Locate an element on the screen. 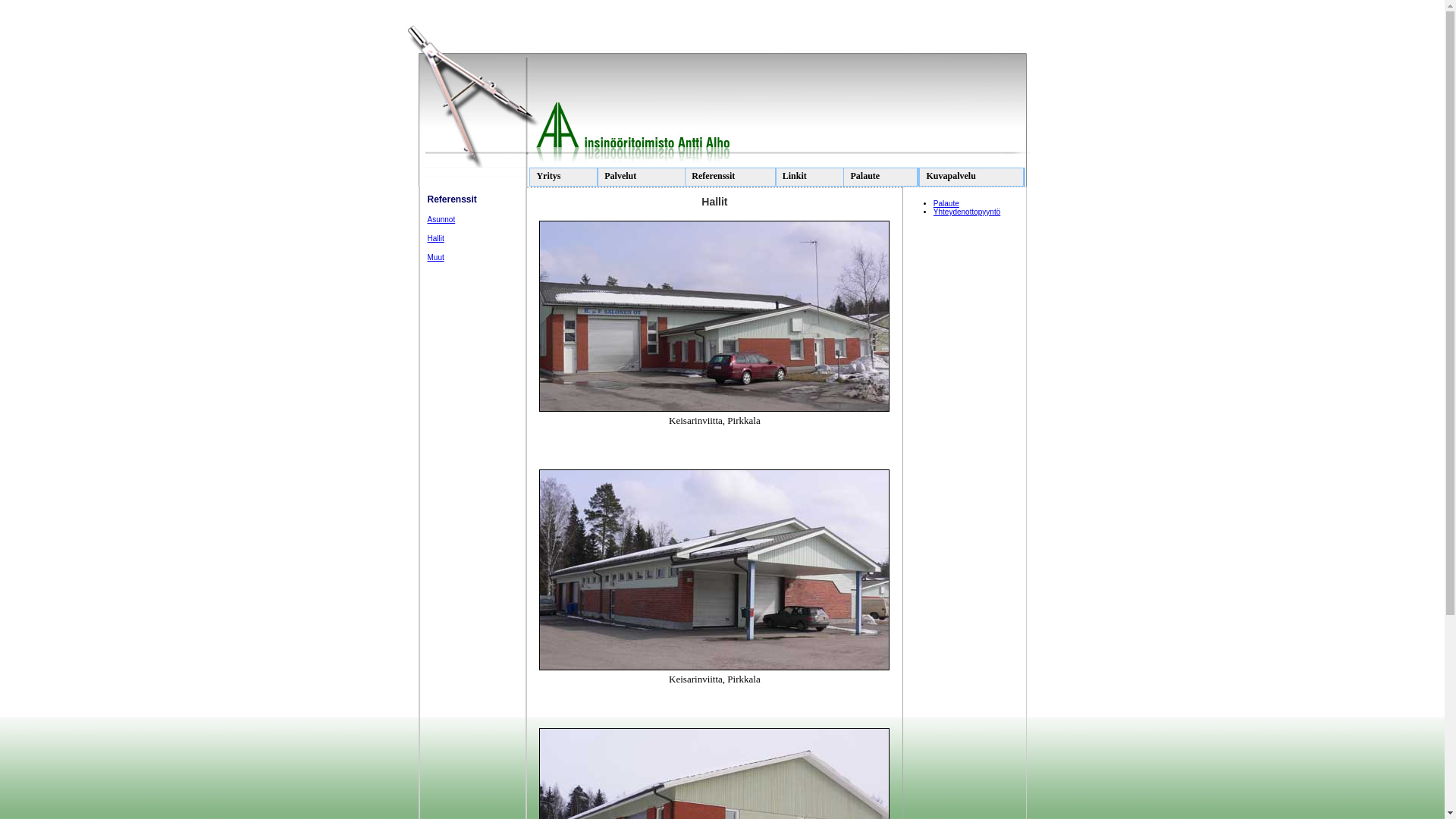 Image resolution: width=1456 pixels, height=819 pixels. 'Referenssit' is located at coordinates (730, 176).